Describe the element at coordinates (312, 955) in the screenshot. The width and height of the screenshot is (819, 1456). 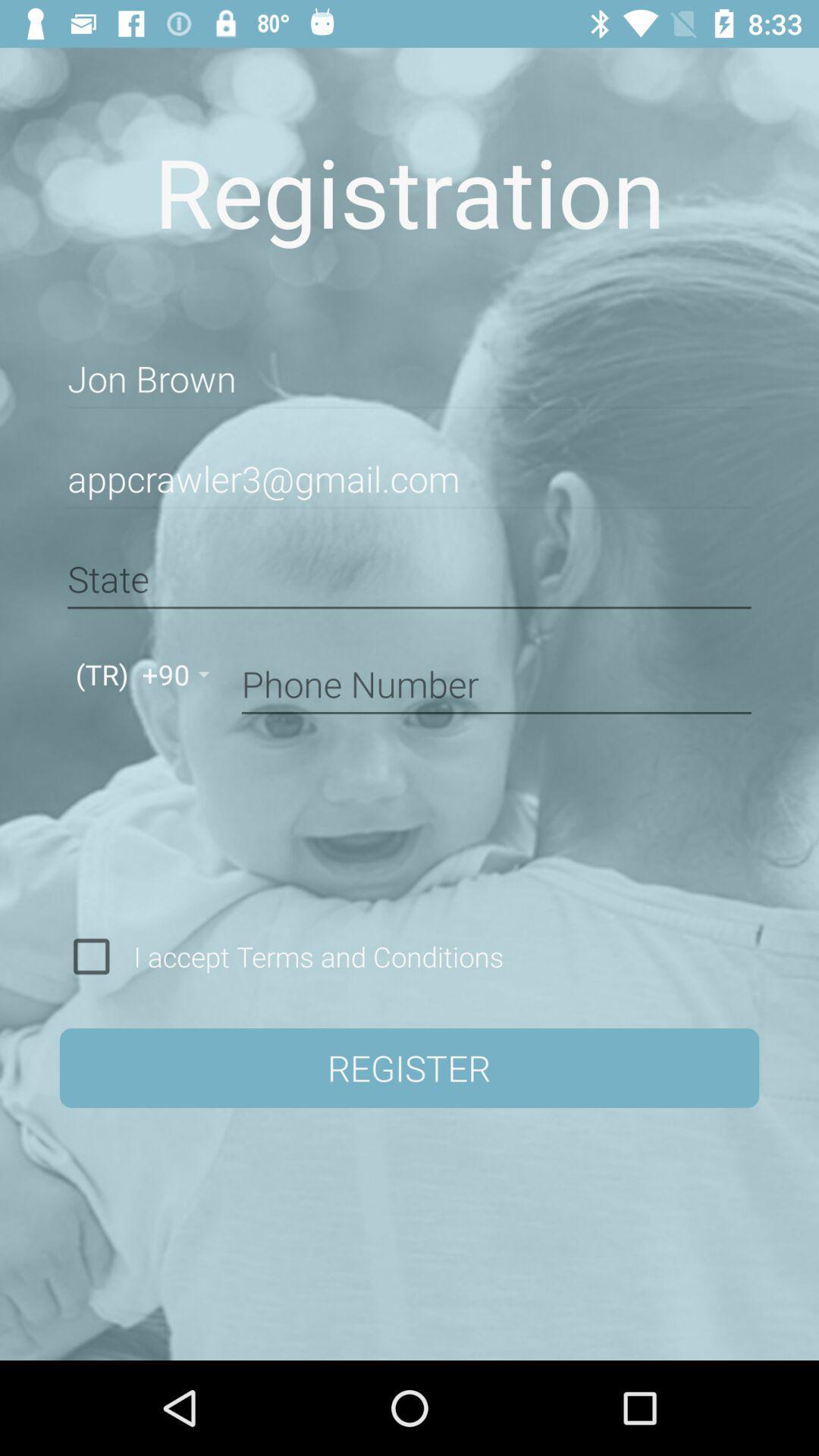
I see `i accept terms icon` at that location.